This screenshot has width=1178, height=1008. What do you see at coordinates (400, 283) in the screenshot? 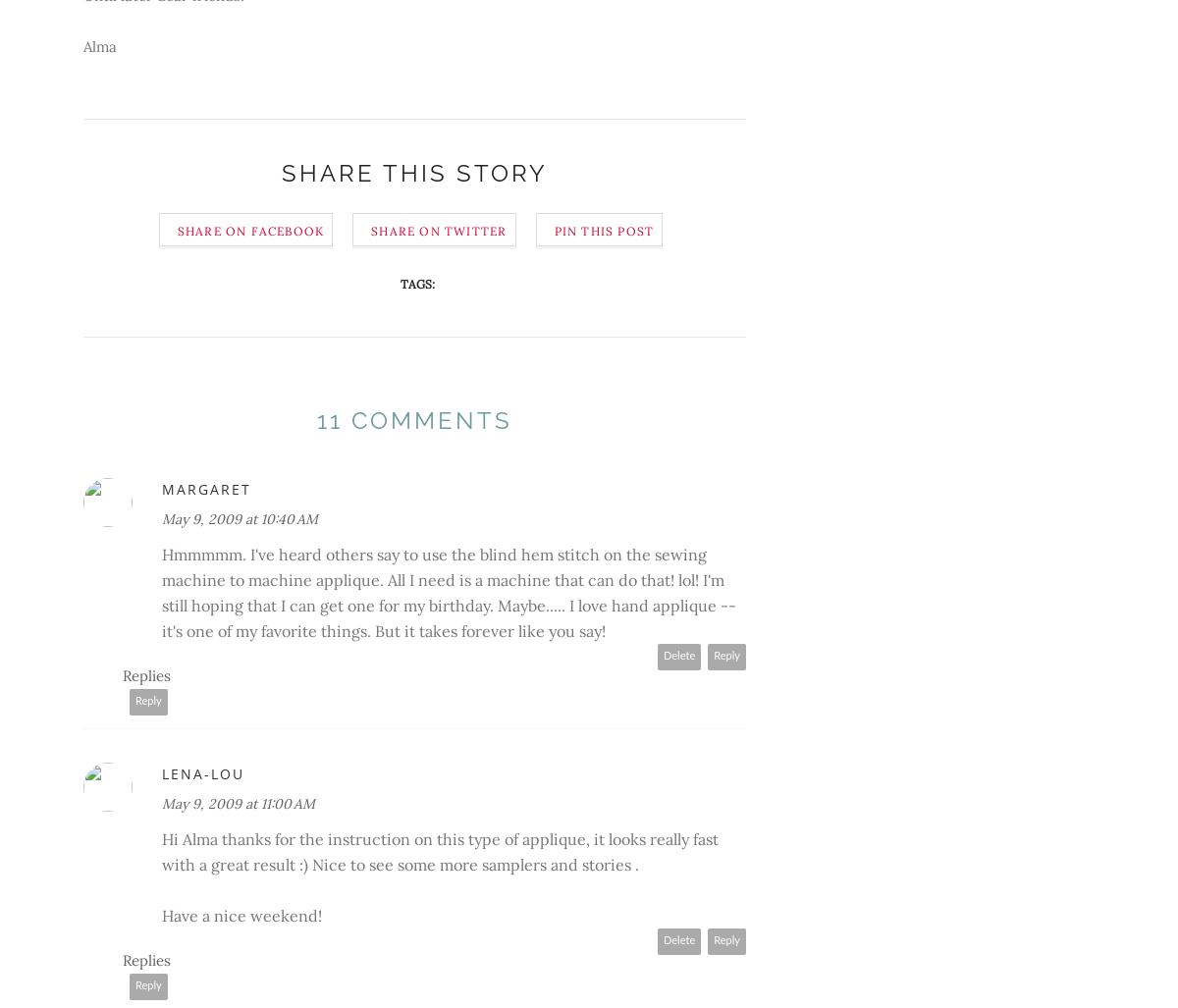
I see `'Tags:'` at bounding box center [400, 283].